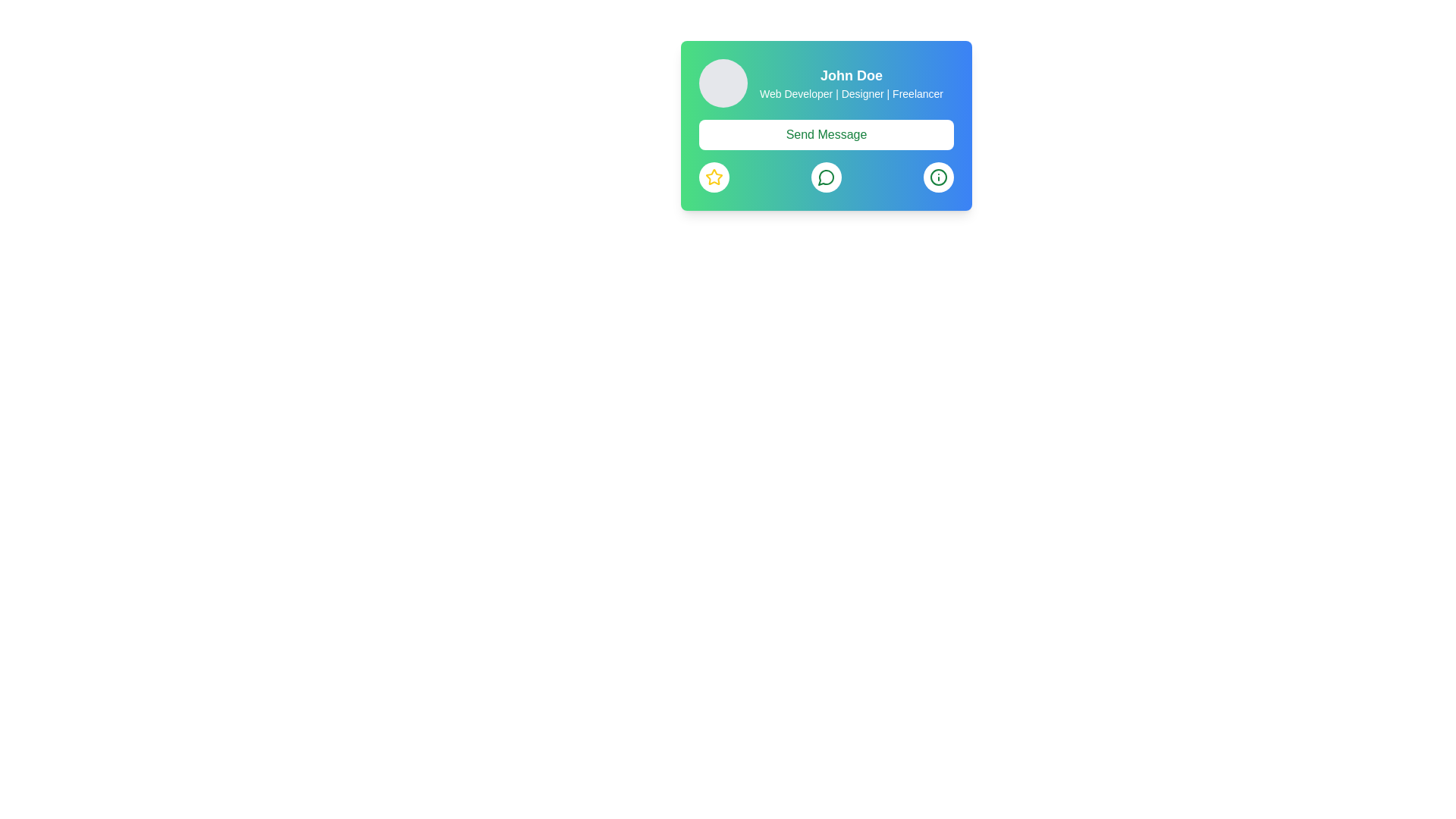 The image size is (1456, 819). I want to click on the circular green outlined icon located at the bottom right of the user profile card, which has a central dot-like feature, so click(938, 177).